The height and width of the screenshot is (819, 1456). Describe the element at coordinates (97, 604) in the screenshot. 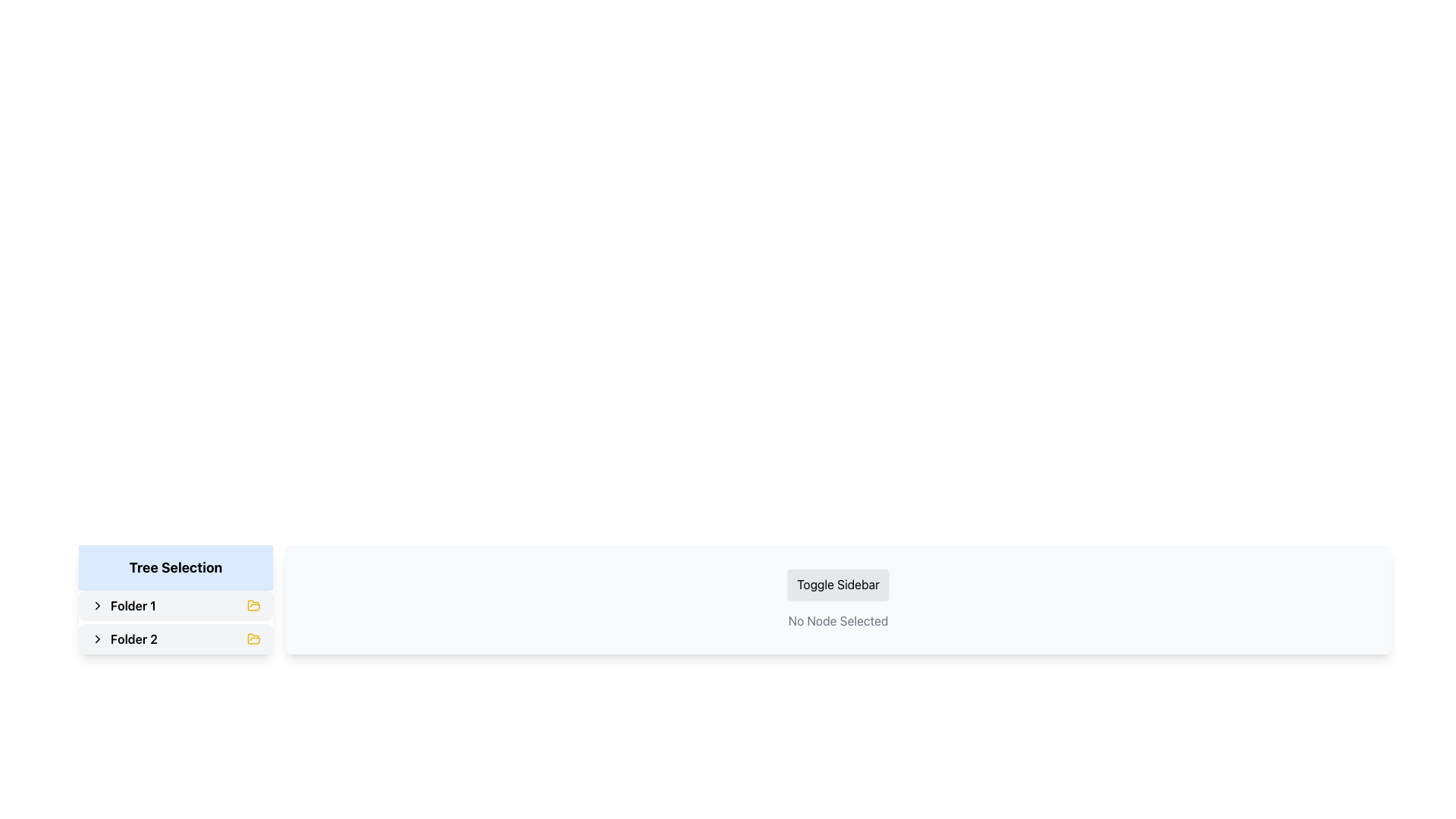

I see `the small triangular arrow icon pointing to the right, styled in a dark borderless design, located to the left of the text 'Folder 1'` at that location.